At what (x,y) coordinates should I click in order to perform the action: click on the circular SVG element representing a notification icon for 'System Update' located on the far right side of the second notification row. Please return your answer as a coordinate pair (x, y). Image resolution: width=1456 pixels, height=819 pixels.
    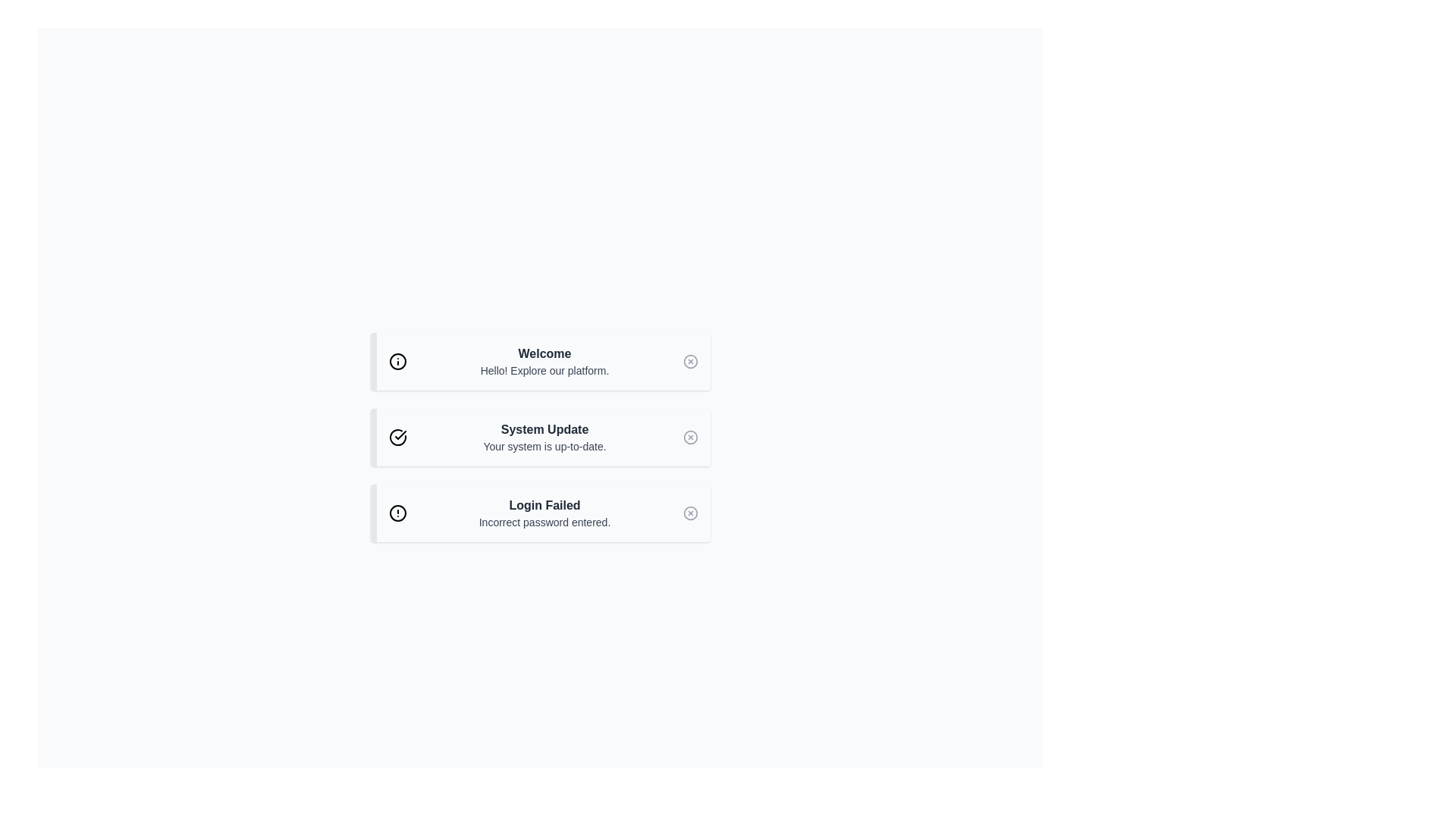
    Looking at the image, I should click on (689, 438).